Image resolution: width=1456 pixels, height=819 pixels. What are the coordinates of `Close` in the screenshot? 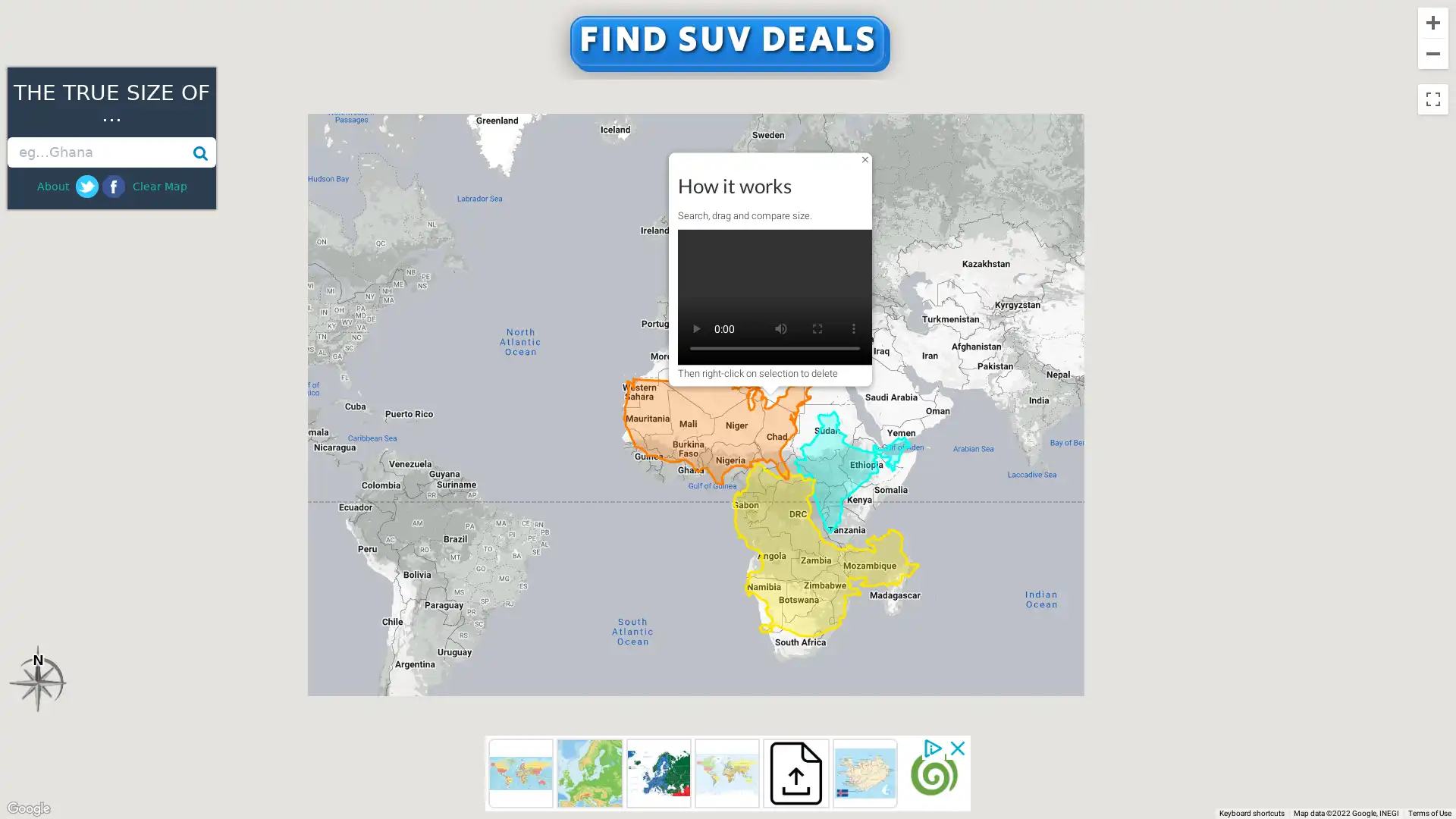 It's located at (865, 158).